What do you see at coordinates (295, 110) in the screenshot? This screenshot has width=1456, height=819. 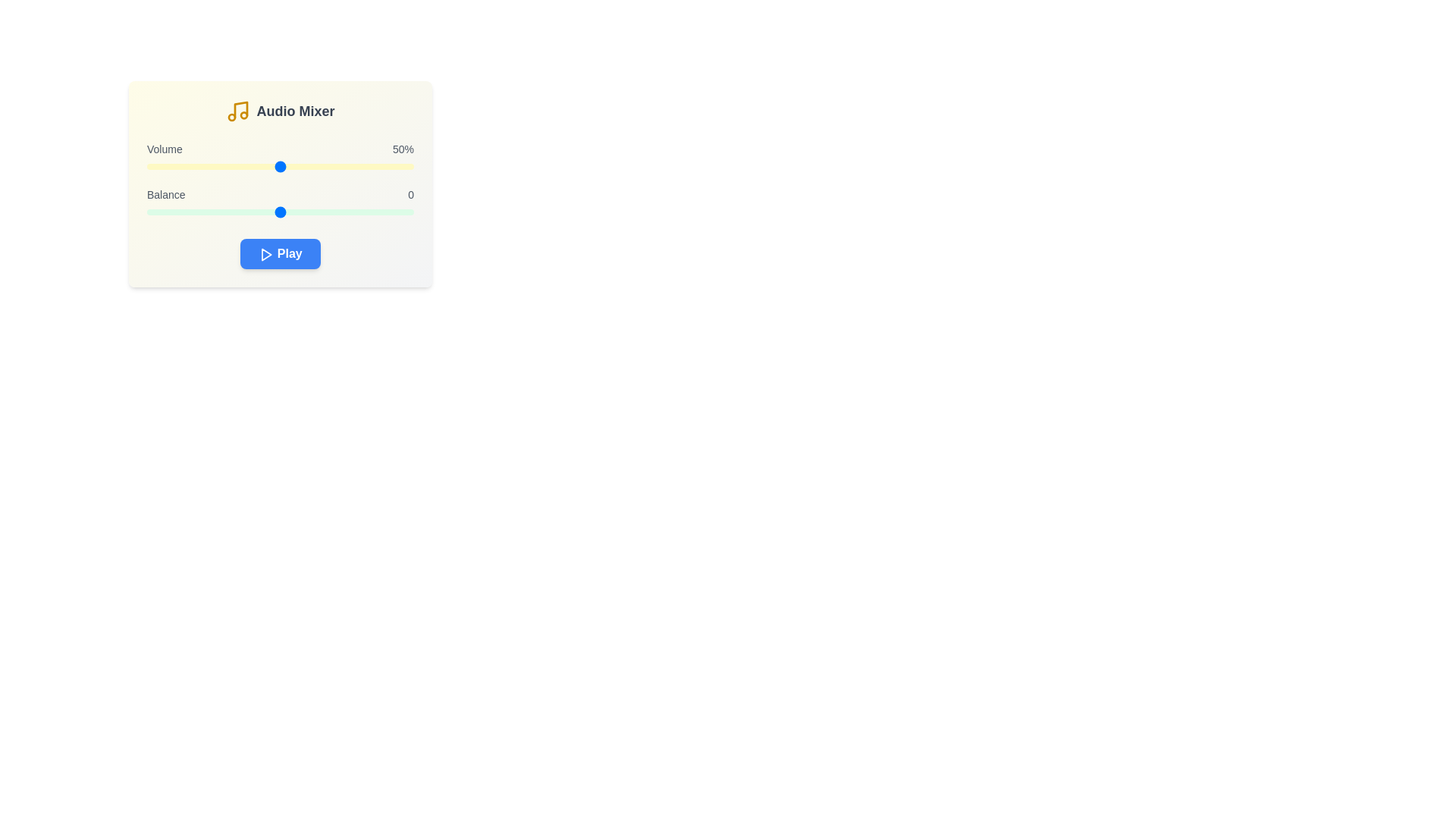 I see `the static text label indicating the purpose of the audio settings control panel, located to the right of the yellow music note icon` at bounding box center [295, 110].